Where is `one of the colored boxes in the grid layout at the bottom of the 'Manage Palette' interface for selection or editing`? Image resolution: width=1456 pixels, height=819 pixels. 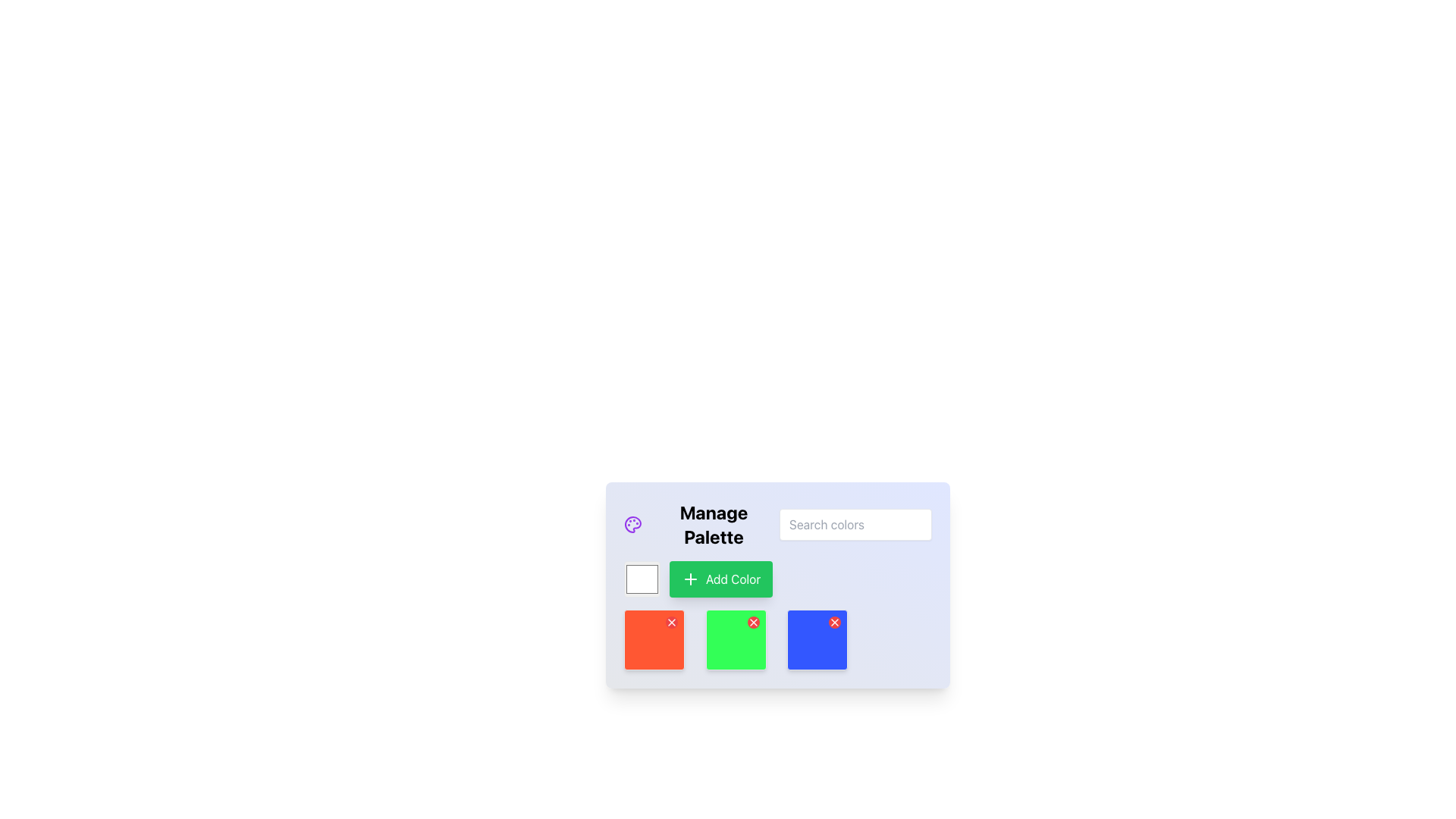
one of the colored boxes in the grid layout at the bottom of the 'Manage Palette' interface for selection or editing is located at coordinates (778, 640).